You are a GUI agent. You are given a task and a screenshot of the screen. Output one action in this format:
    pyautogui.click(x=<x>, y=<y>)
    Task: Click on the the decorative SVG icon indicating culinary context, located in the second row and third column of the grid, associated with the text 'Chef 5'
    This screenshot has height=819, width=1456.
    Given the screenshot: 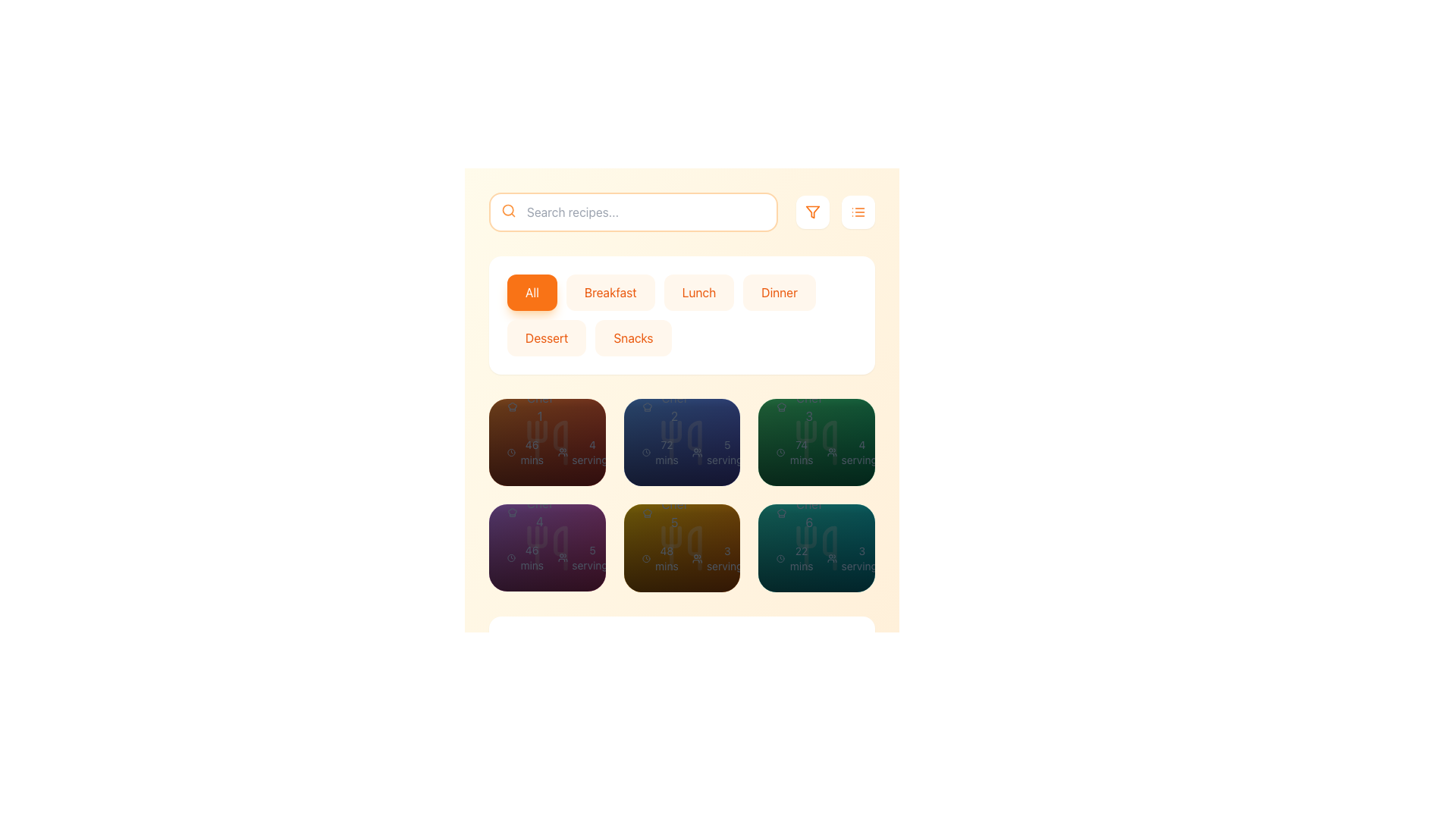 What is the action you would take?
    pyautogui.click(x=647, y=512)
    